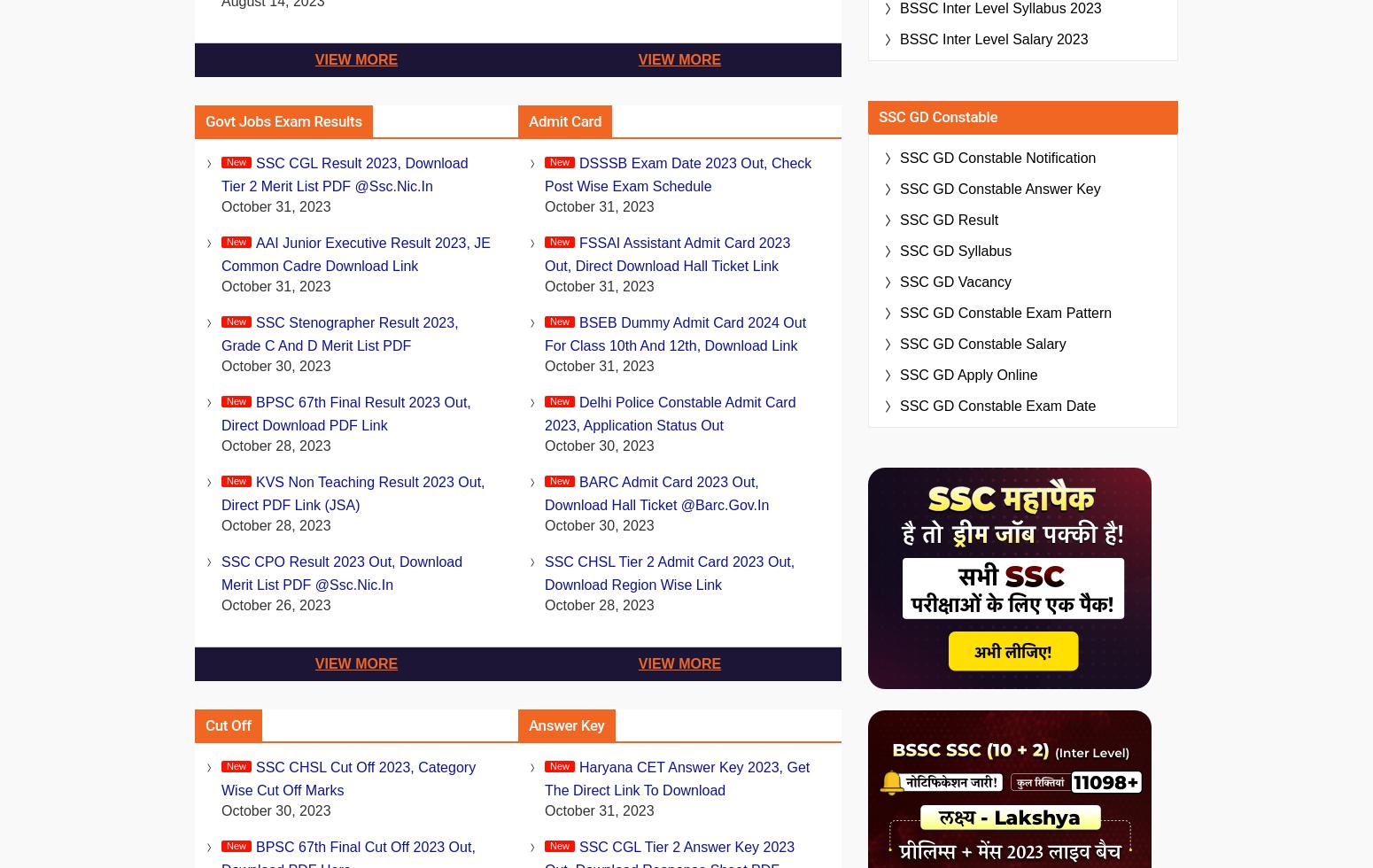 This screenshot has height=868, width=1373. I want to click on 'Answer Key', so click(529, 725).